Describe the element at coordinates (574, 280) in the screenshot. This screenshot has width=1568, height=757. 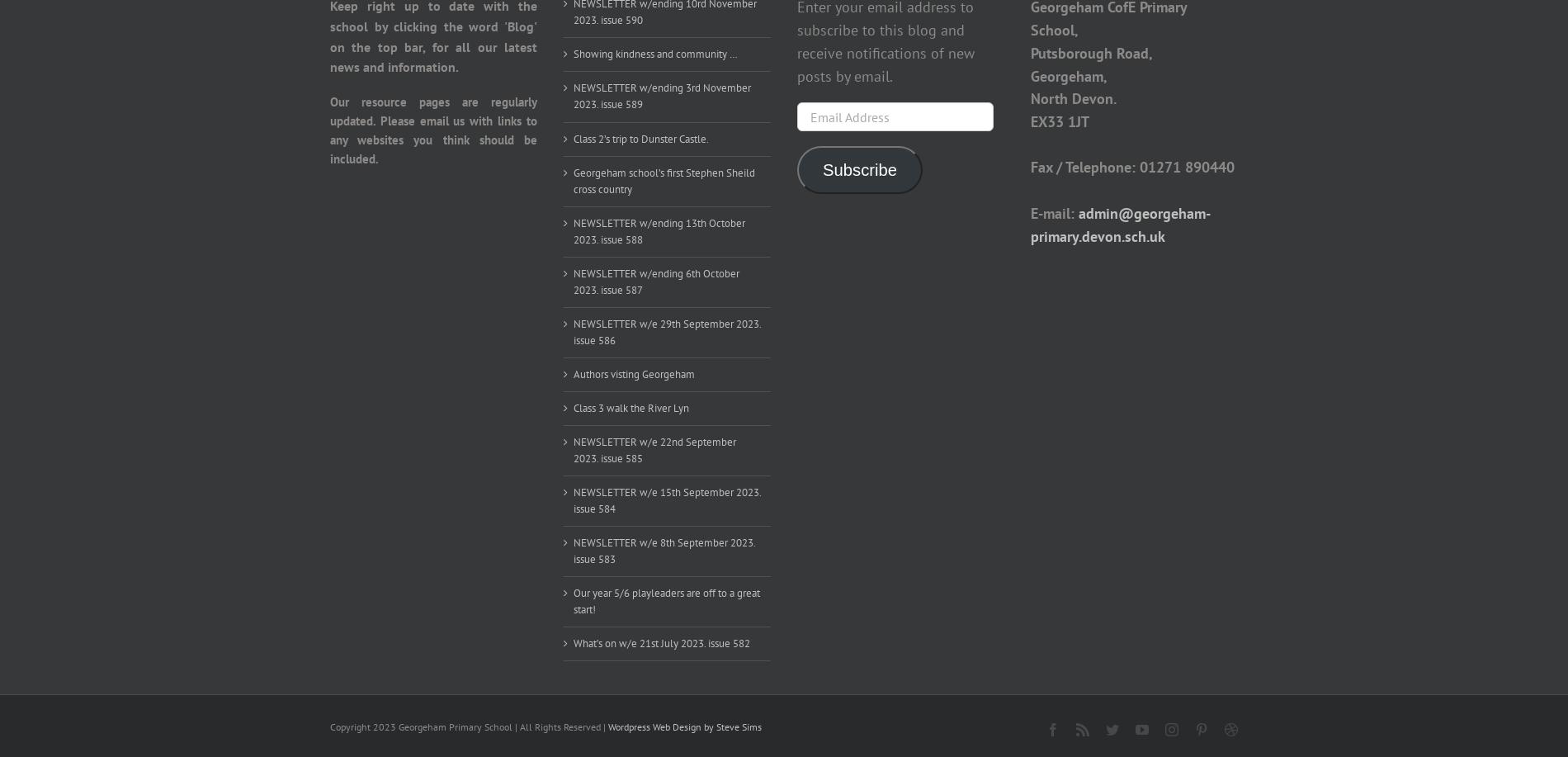
I see `'NEWSLETTER w/ending 6th October 2023. issue 587'` at that location.